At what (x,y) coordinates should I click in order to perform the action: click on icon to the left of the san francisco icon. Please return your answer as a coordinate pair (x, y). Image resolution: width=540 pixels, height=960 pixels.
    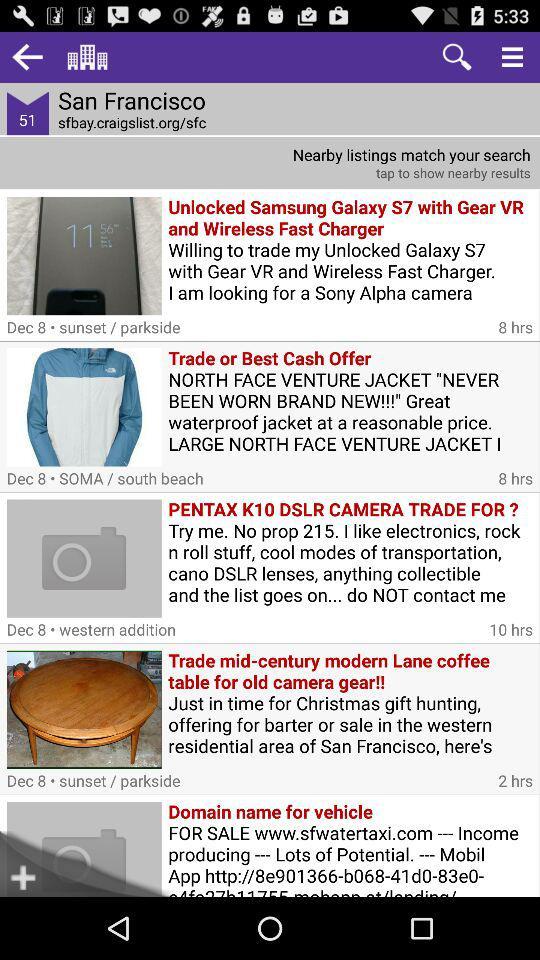
    Looking at the image, I should click on (26, 56).